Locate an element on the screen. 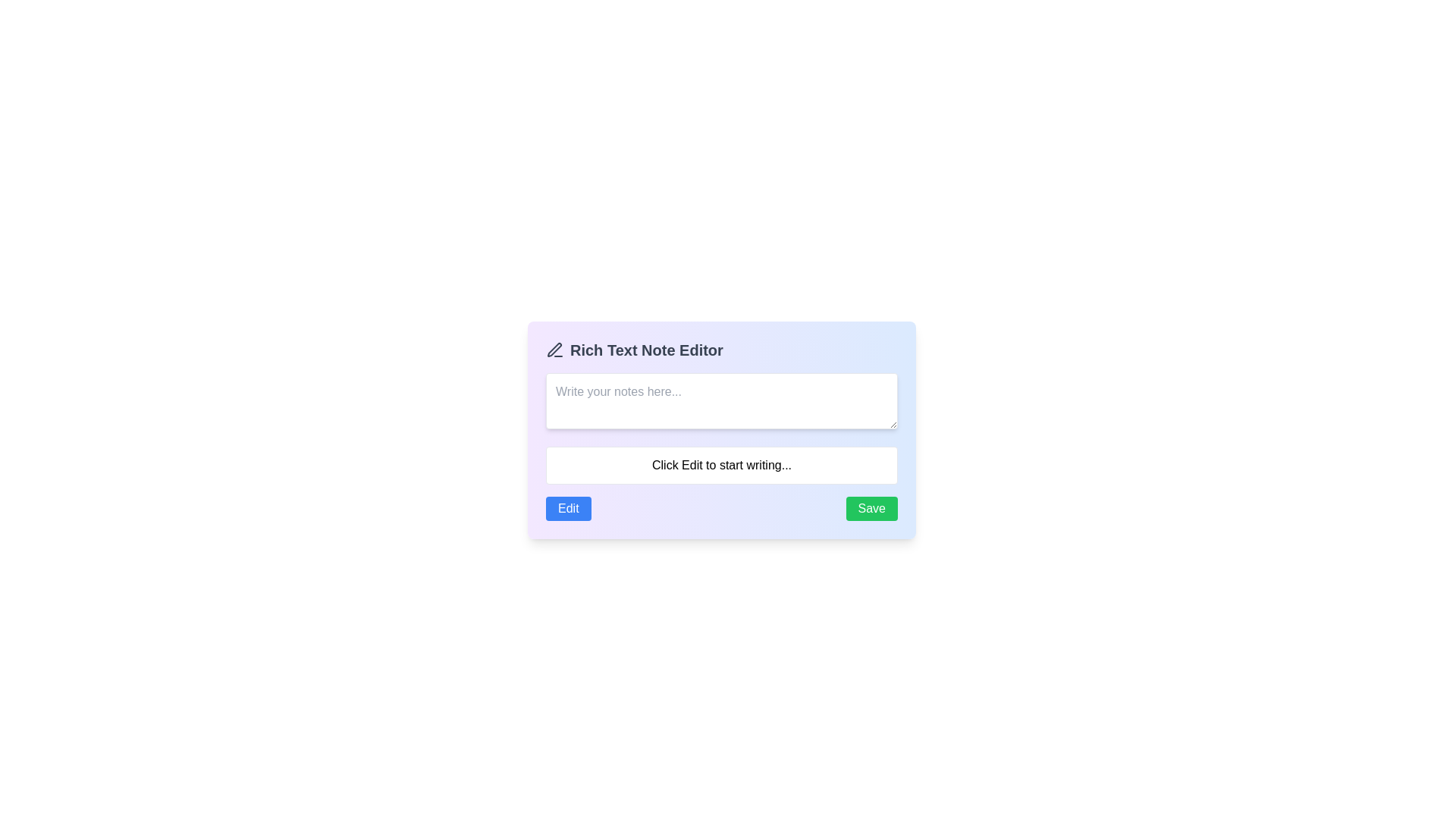 This screenshot has width=1456, height=819. the text box placeholder message that instructs the user to click the 'Edit' button to begin writing in the editor, located within the 'Rich Text Note Editor' is located at coordinates (720, 464).